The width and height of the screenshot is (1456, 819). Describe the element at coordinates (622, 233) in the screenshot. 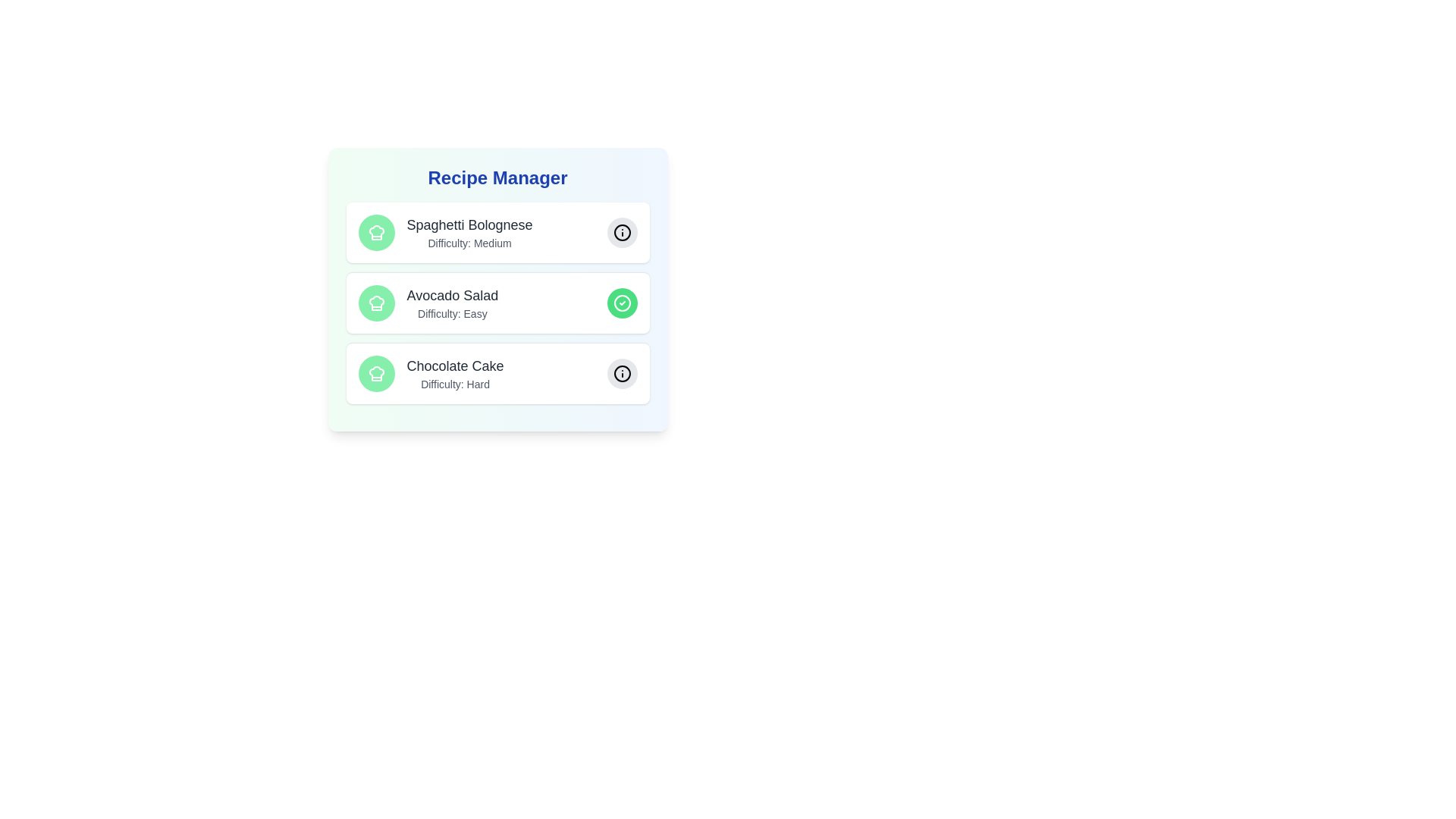

I see `the recipe Spaghetti Bolognese by clicking its button` at that location.